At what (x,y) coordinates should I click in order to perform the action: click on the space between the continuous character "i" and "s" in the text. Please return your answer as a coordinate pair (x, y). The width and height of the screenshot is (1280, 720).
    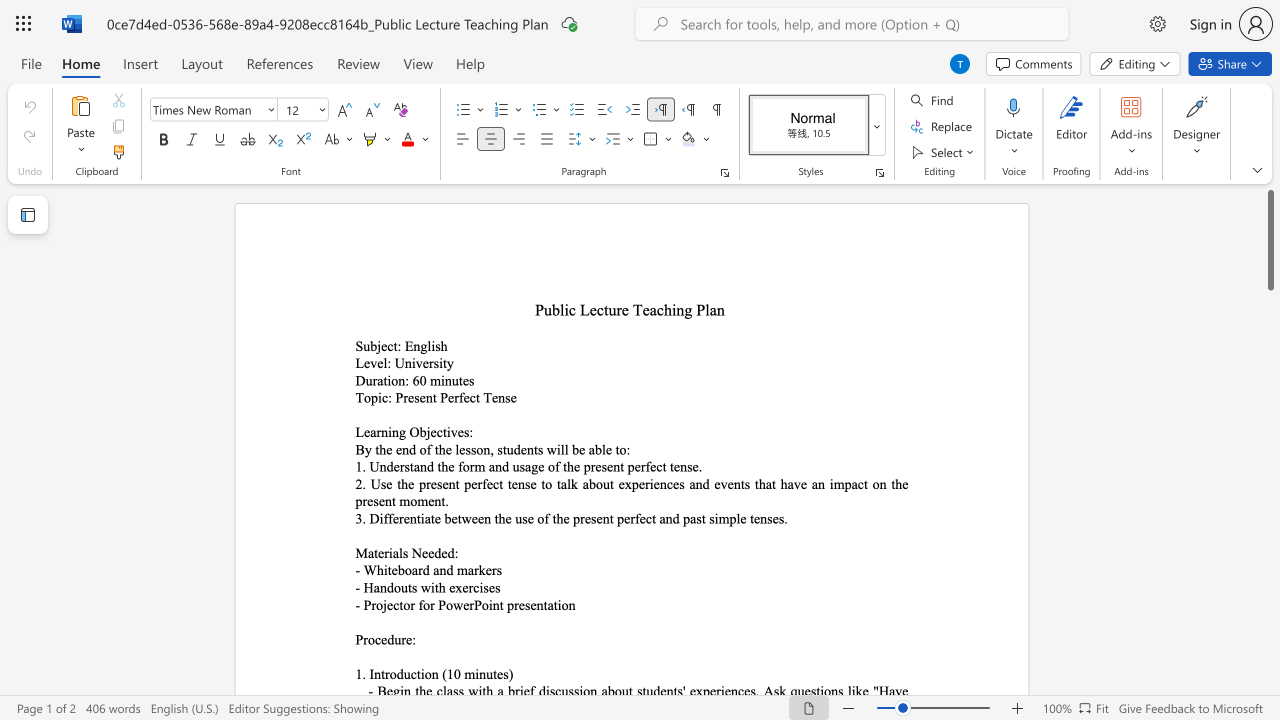
    Looking at the image, I should click on (434, 345).